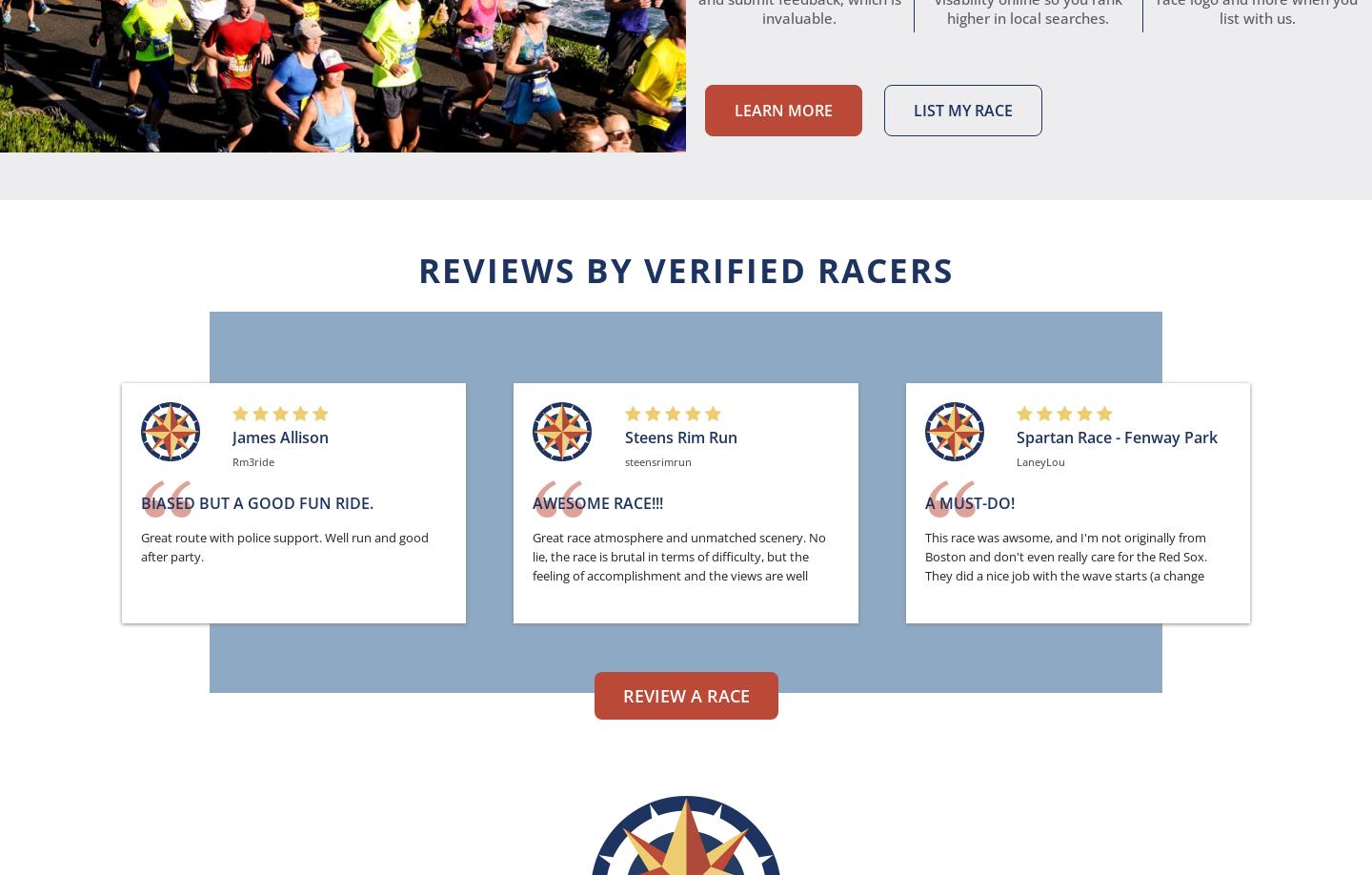  I want to click on 'Rm3ride', so click(252, 461).